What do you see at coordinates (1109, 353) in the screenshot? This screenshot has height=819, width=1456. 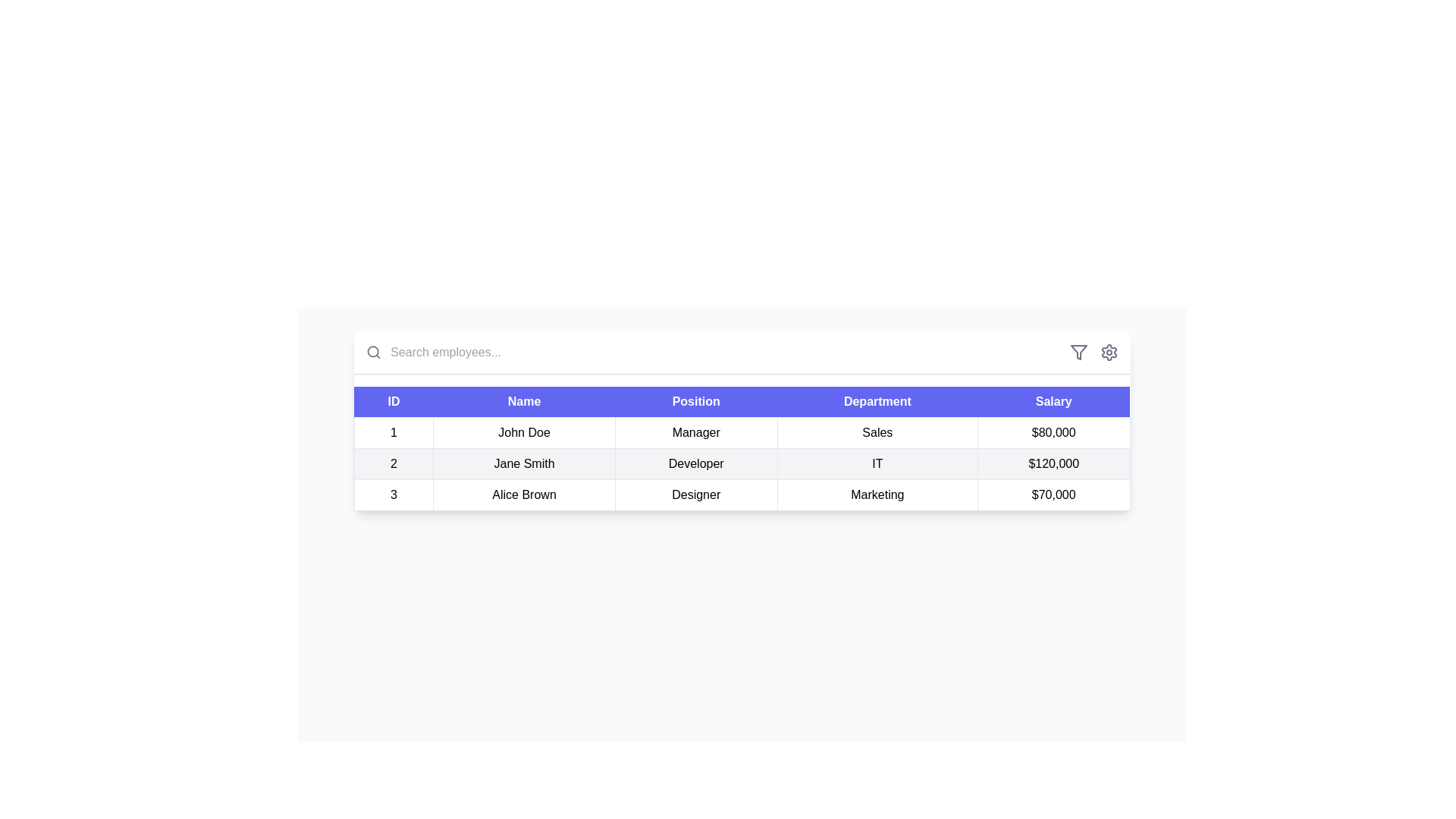 I see `the settings icon, which is a cogwheel-shaped graphical icon located at the top right corner of the table interface` at bounding box center [1109, 353].